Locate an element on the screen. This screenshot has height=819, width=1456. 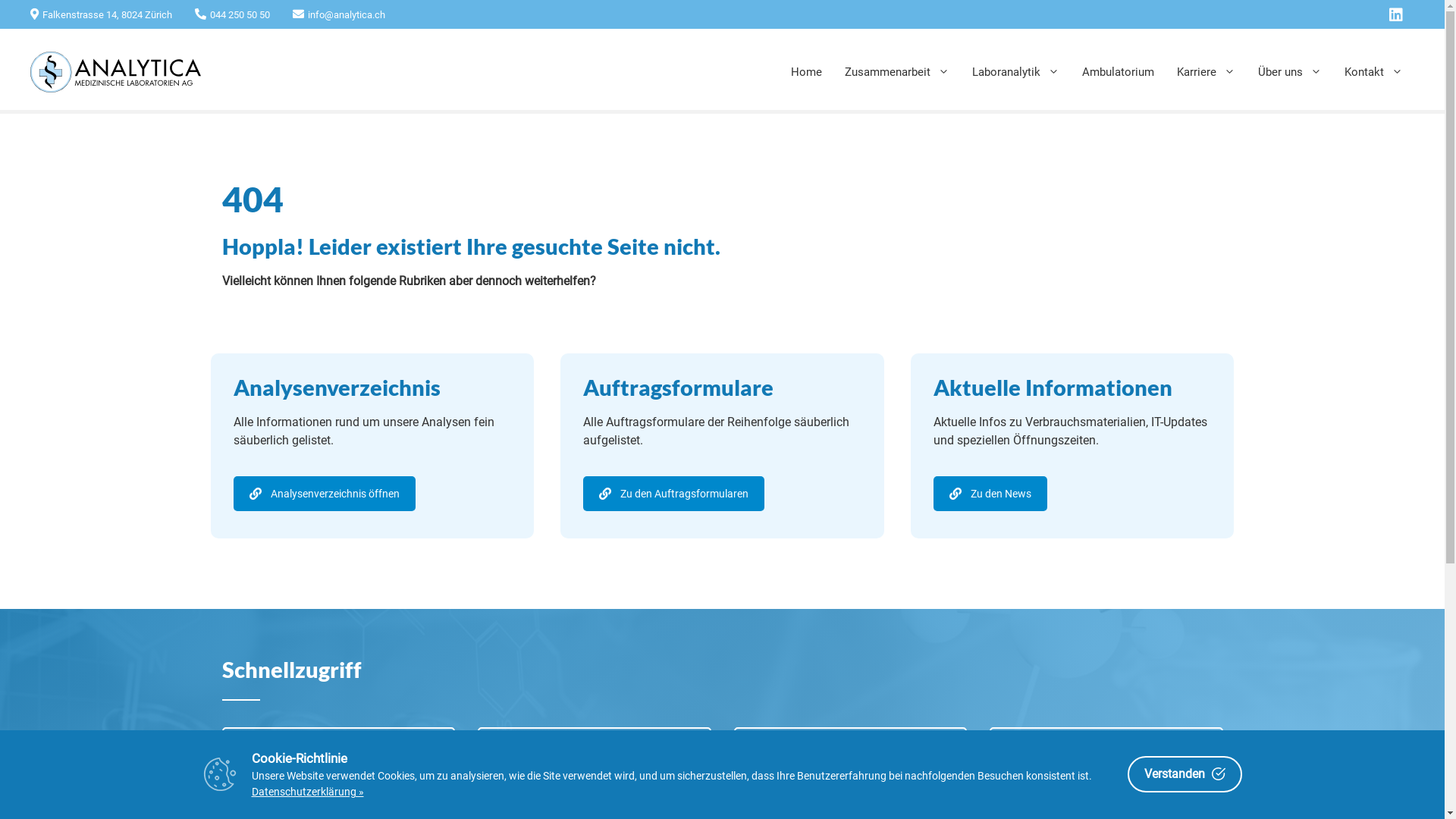
'Zusammenarbeit' is located at coordinates (833, 72).